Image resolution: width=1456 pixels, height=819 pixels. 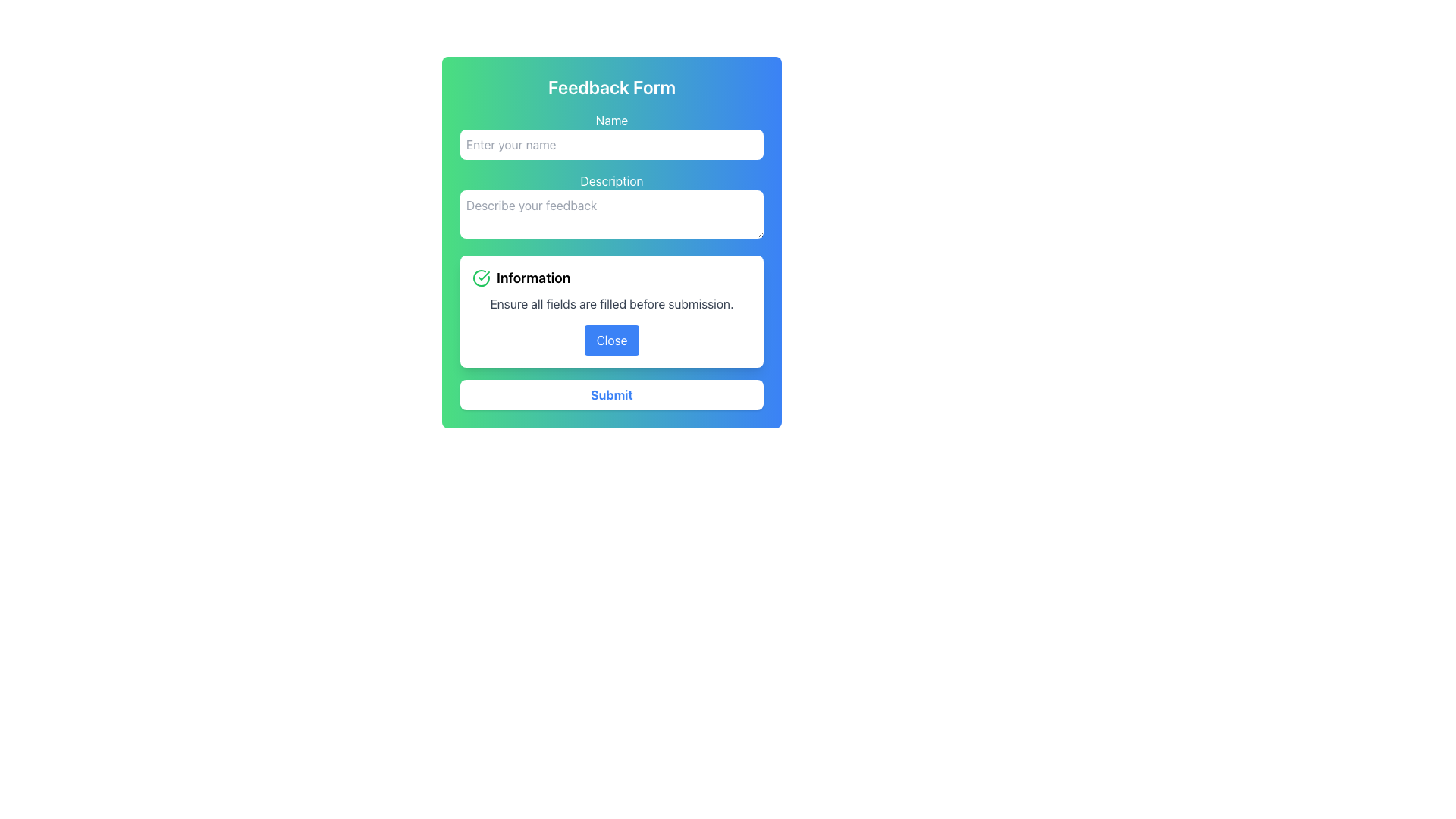 What do you see at coordinates (611, 339) in the screenshot?
I see `the close button located at the bottom of the modal box` at bounding box center [611, 339].